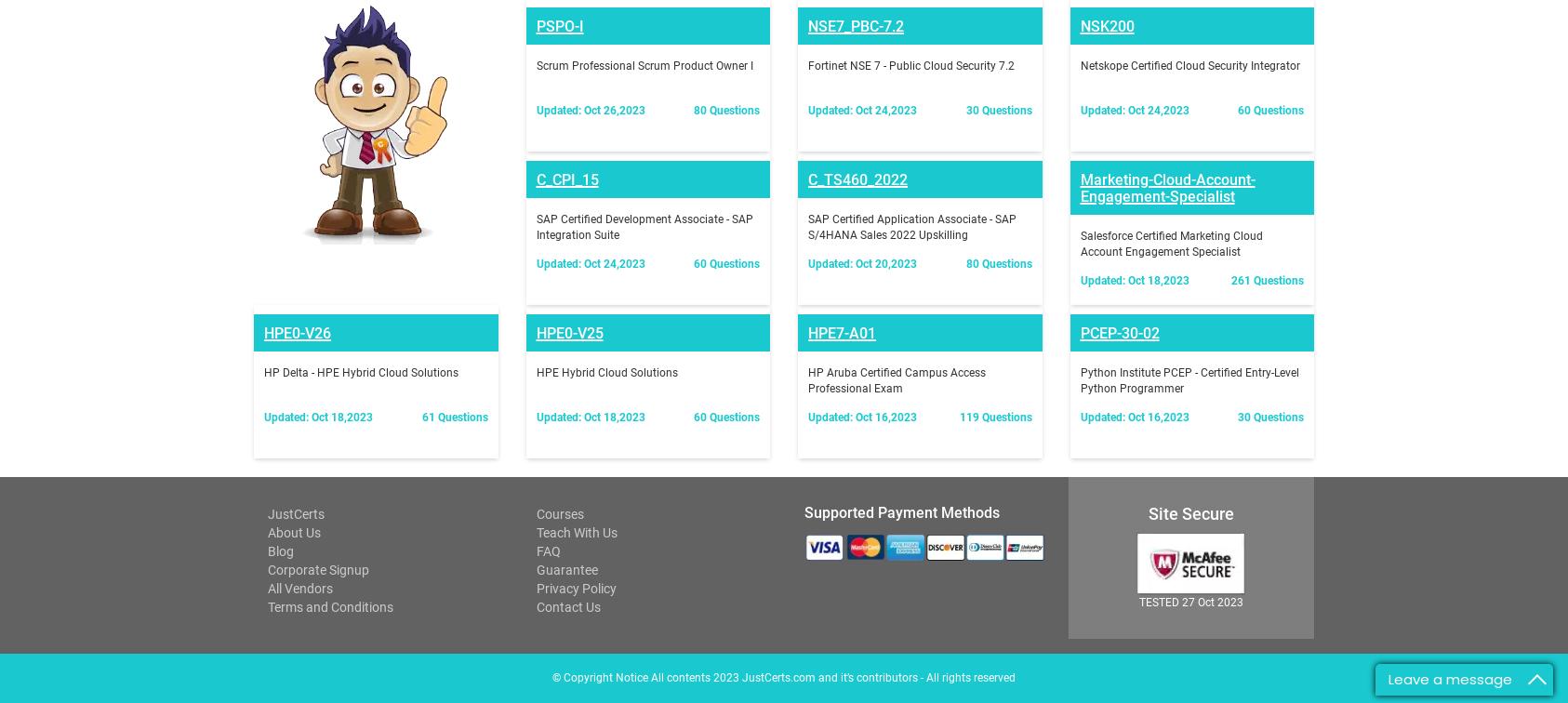  Describe the element at coordinates (534, 365) in the screenshot. I see `'Contact Us'` at that location.